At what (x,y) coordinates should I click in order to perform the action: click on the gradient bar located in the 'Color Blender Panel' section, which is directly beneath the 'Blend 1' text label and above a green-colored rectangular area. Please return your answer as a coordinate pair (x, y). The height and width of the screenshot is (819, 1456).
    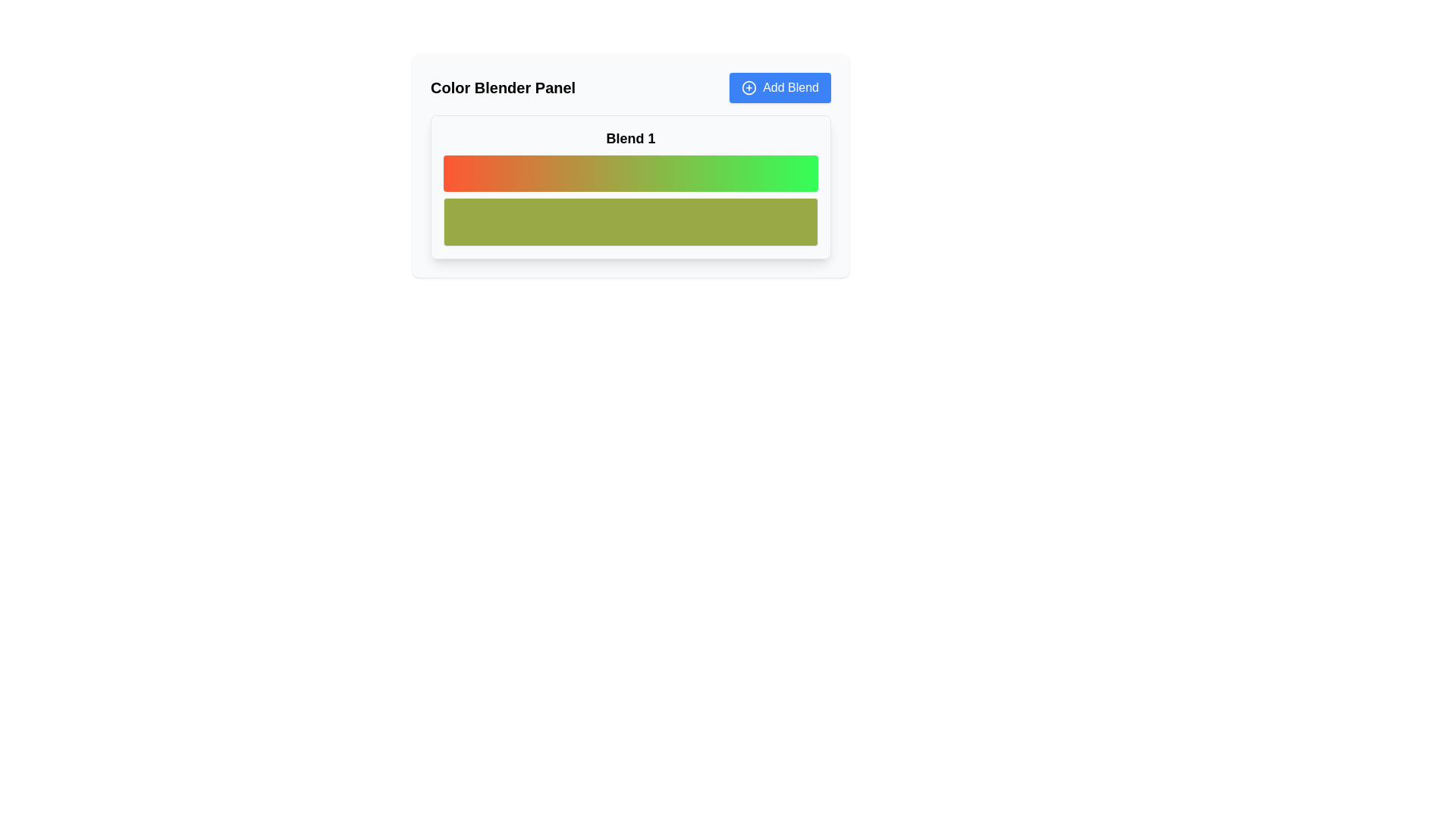
    Looking at the image, I should click on (630, 186).